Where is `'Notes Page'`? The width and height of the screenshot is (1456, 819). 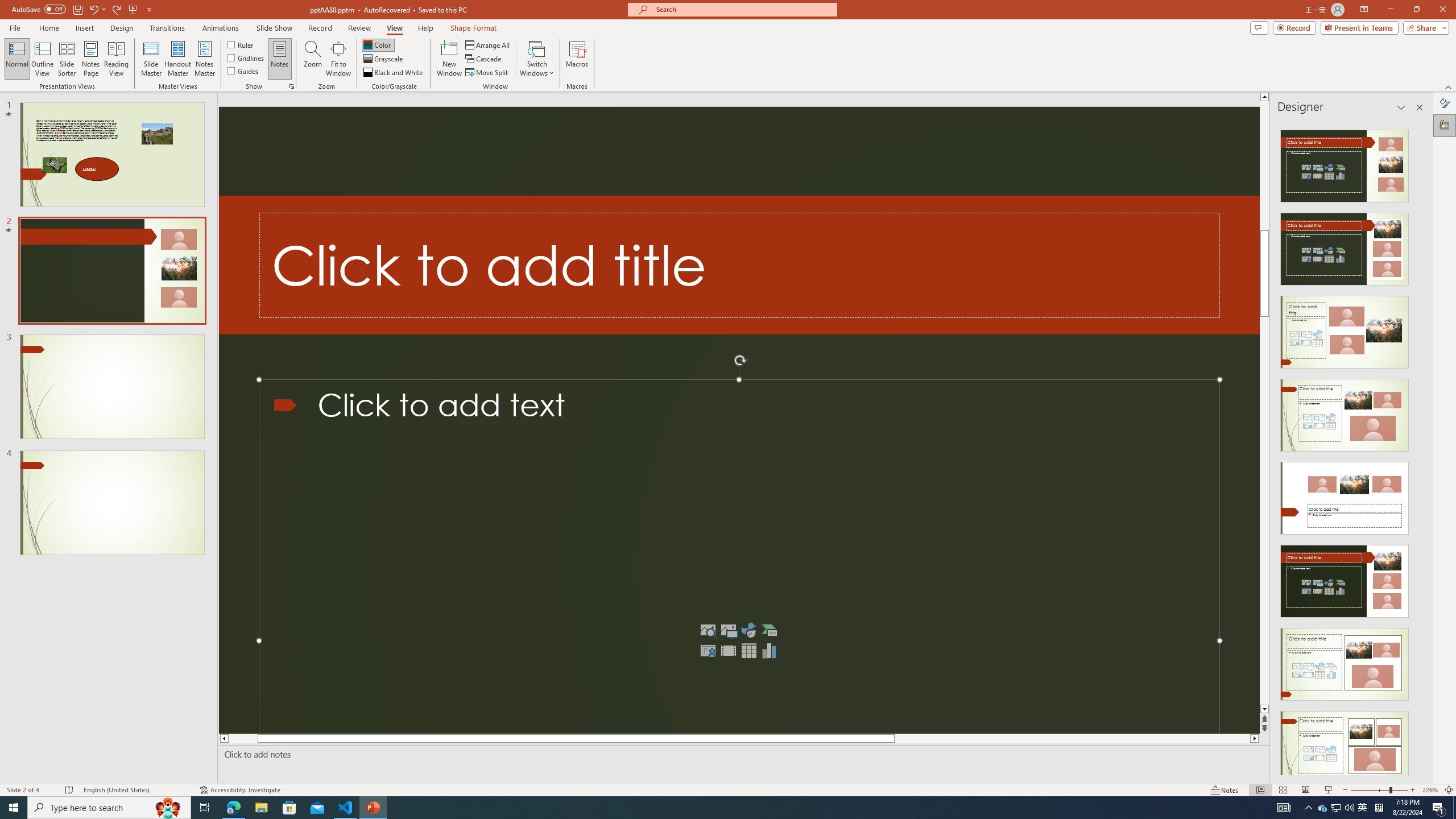 'Notes Page' is located at coordinates (90, 59).